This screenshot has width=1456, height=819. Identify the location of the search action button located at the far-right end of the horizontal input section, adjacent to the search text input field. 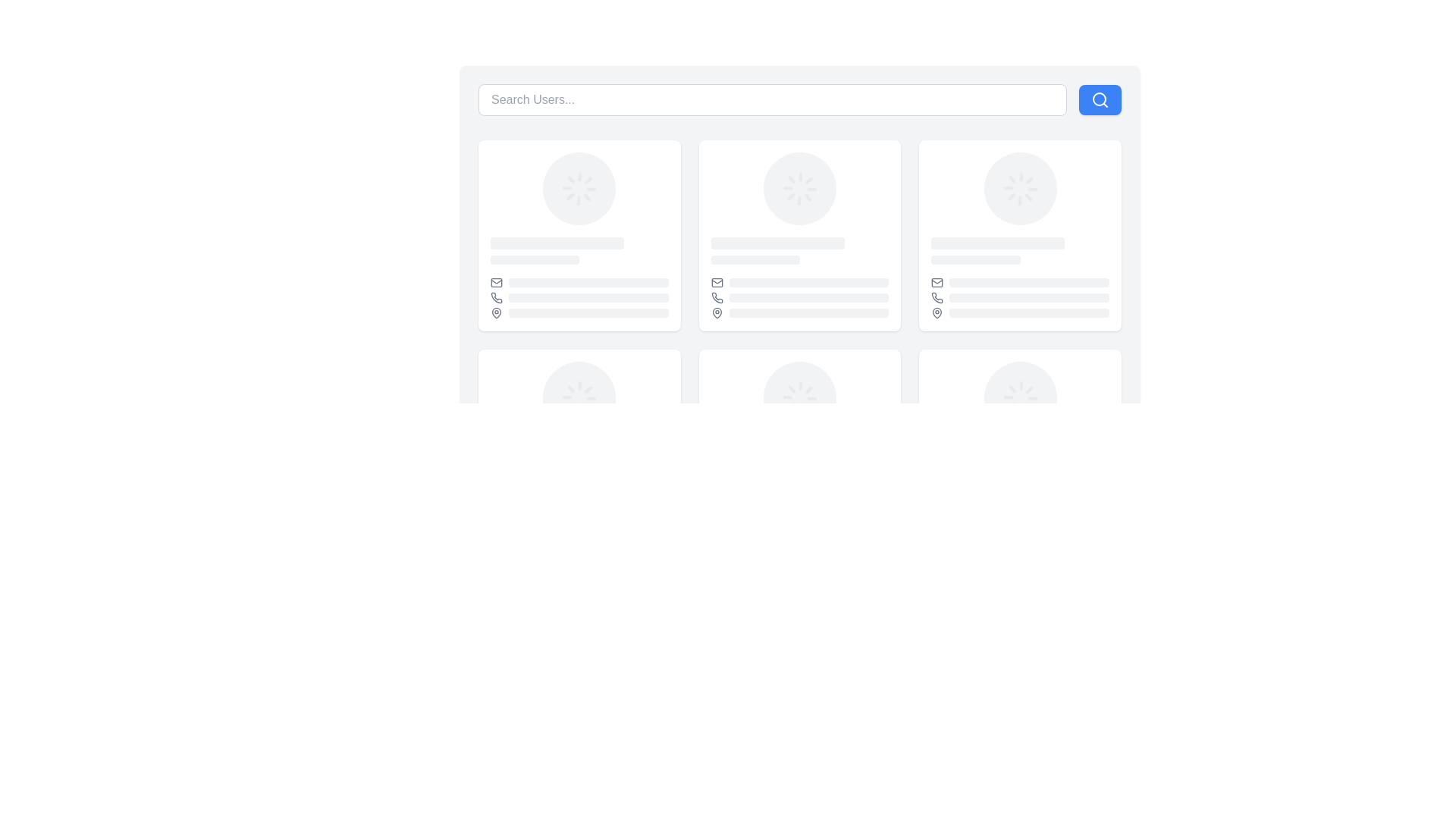
(1100, 99).